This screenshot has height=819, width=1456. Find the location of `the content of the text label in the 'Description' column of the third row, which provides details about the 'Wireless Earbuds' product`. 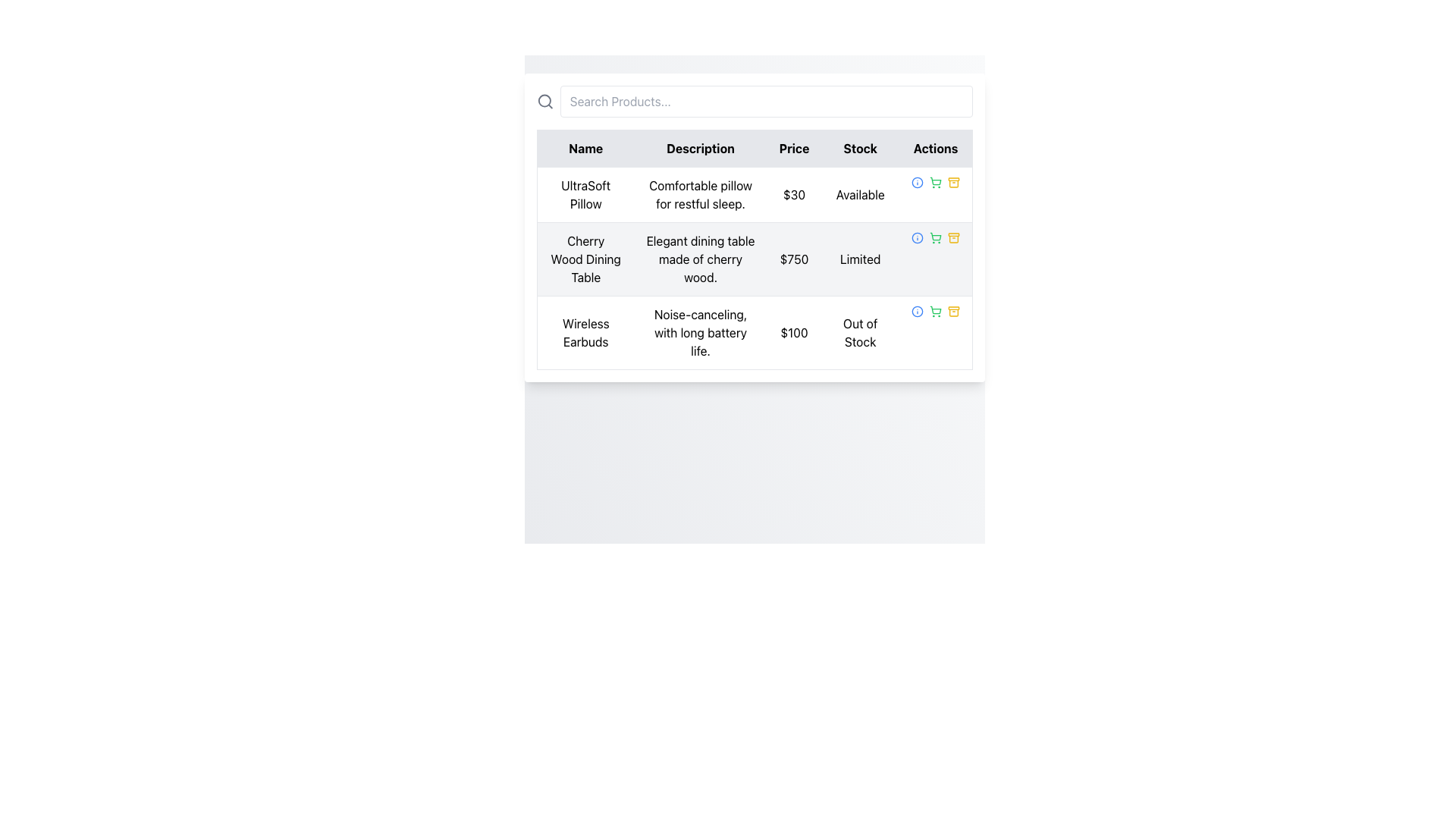

the content of the text label in the 'Description' column of the third row, which provides details about the 'Wireless Earbuds' product is located at coordinates (700, 332).